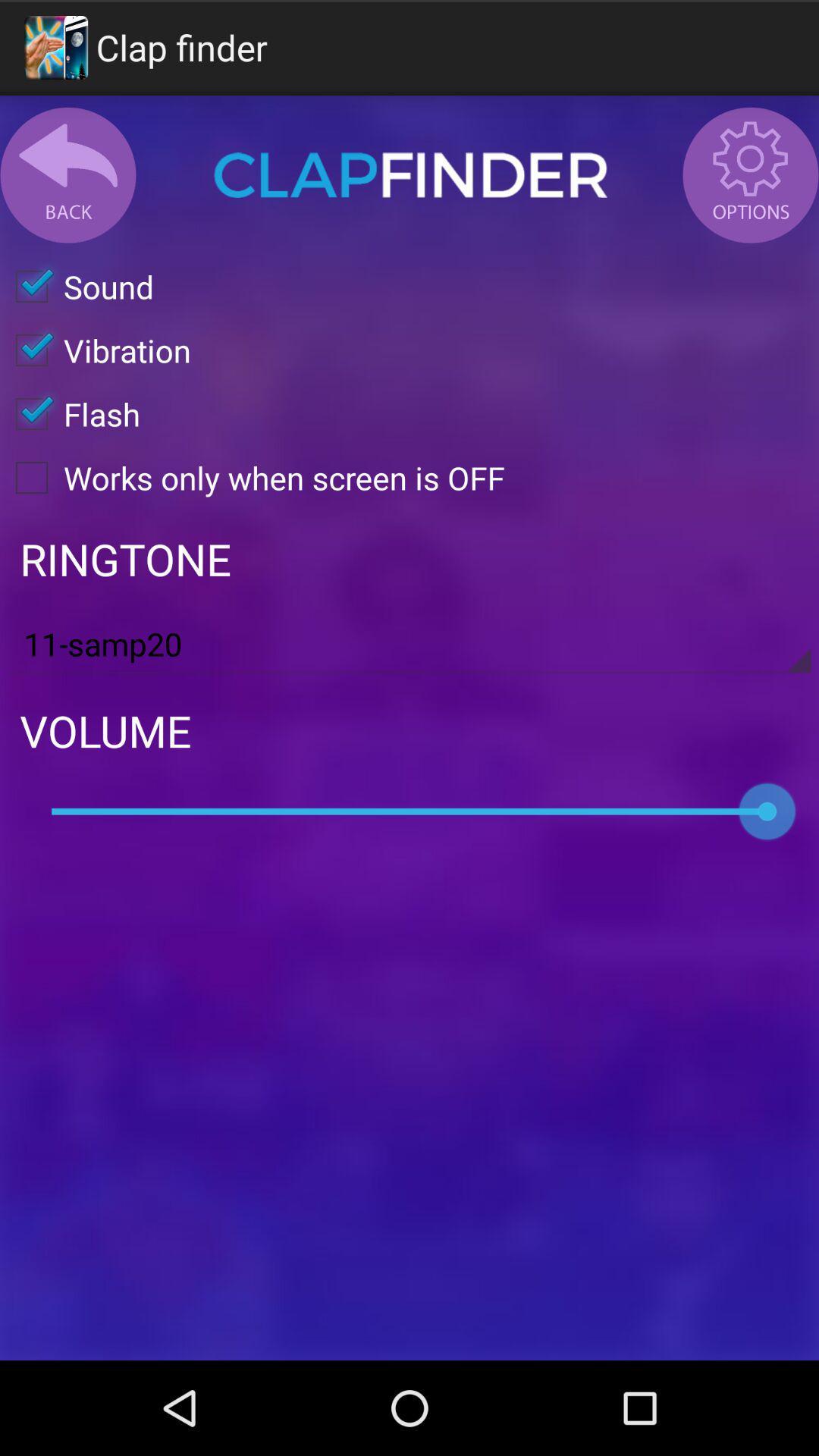  What do you see at coordinates (77, 287) in the screenshot?
I see `icon above the vibration icon` at bounding box center [77, 287].